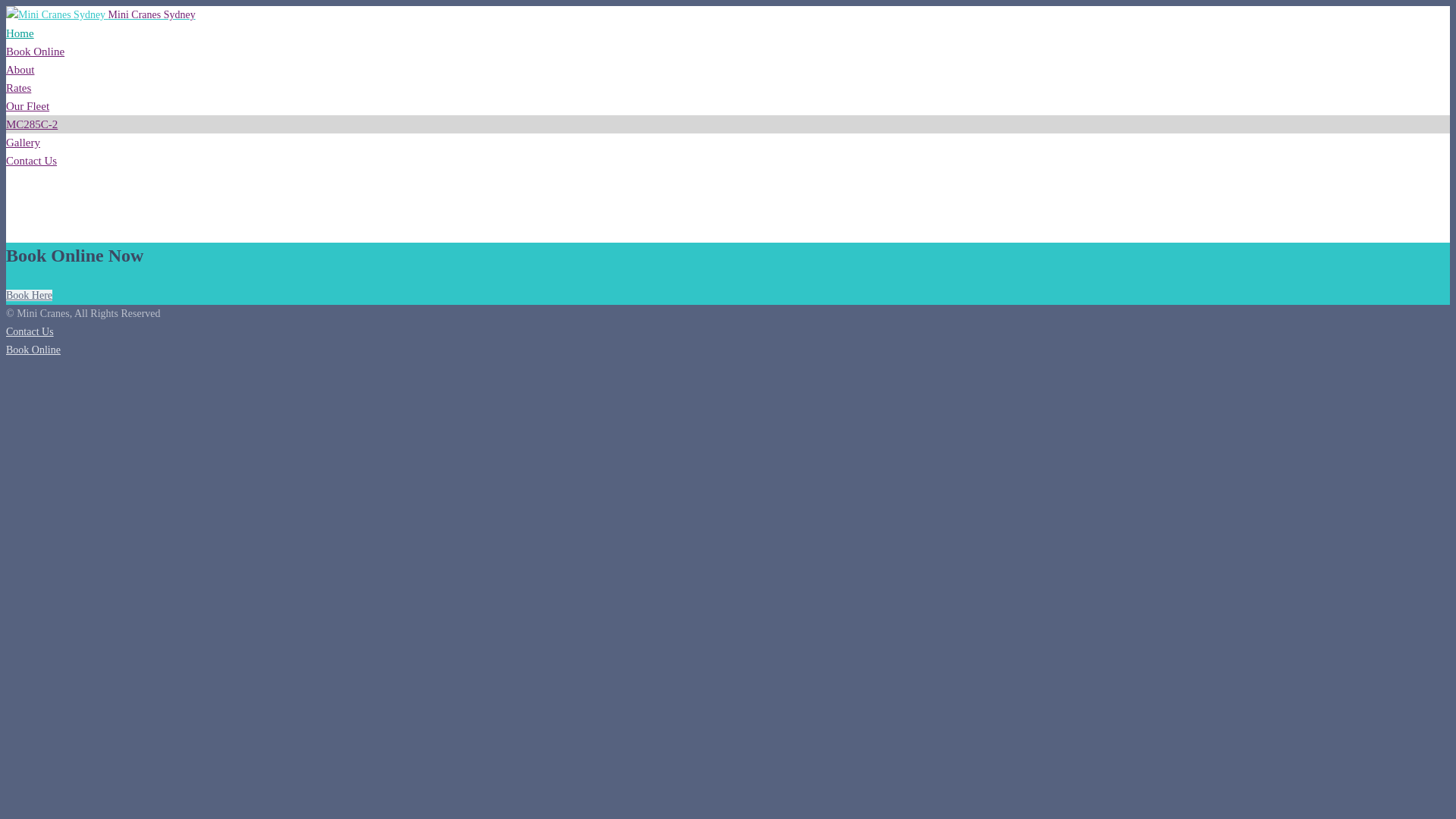 This screenshot has height=819, width=1456. I want to click on 'Gallery', so click(23, 143).